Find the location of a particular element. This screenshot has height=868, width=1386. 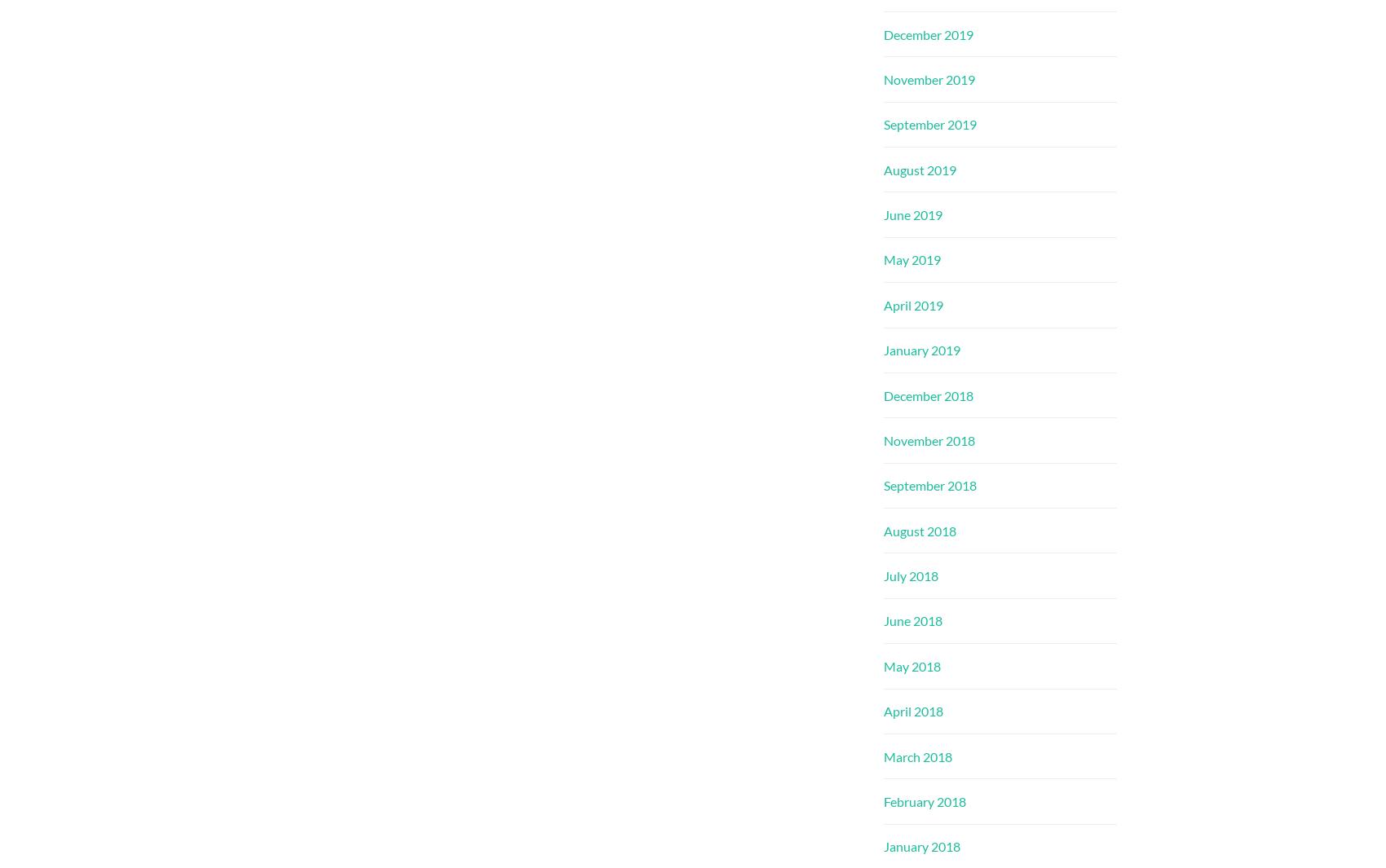

'November 2019' is located at coordinates (929, 77).